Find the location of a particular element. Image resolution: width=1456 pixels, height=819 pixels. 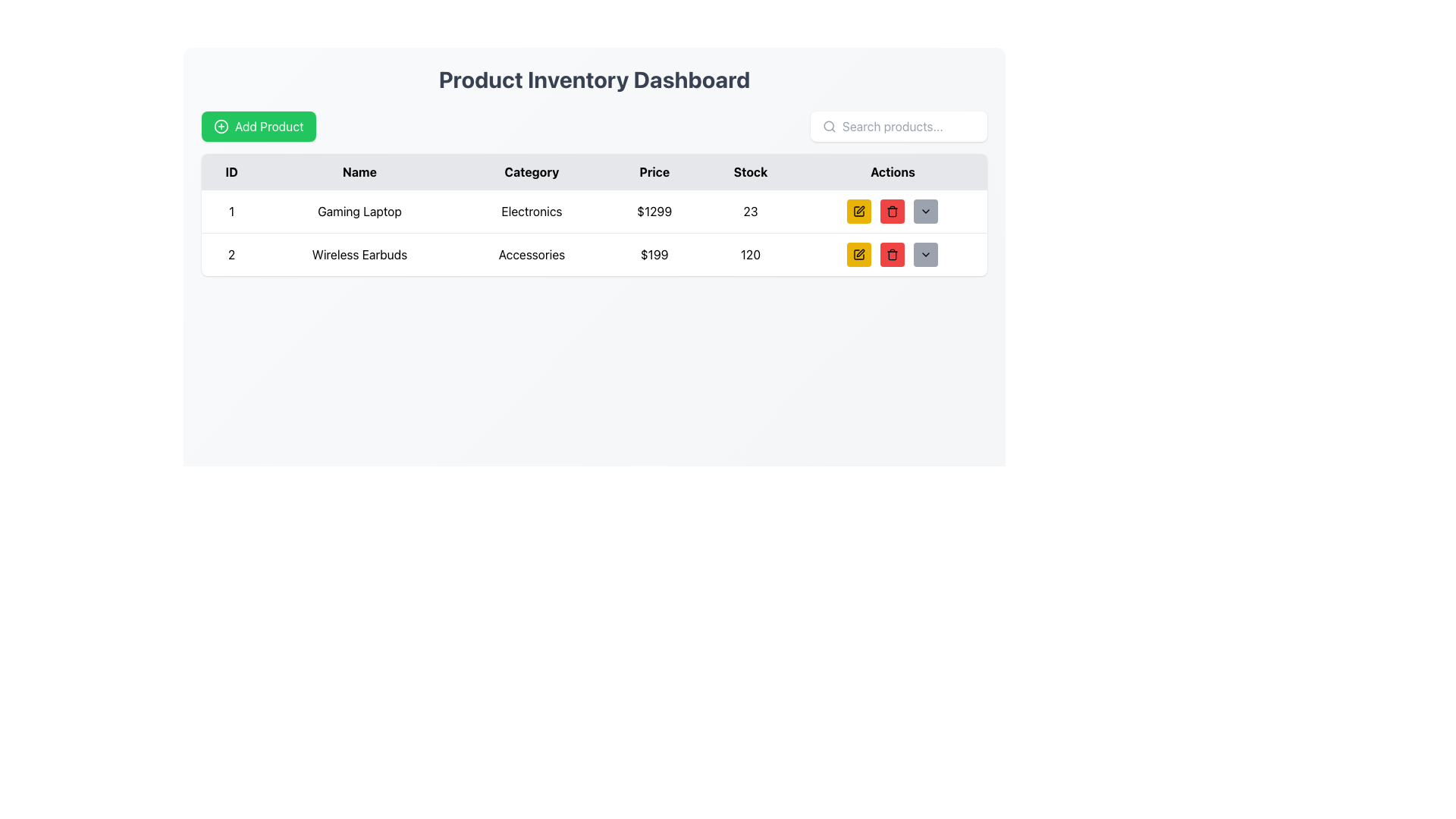

the delete icon button for the 'Wireless Earbuds' located is located at coordinates (893, 253).